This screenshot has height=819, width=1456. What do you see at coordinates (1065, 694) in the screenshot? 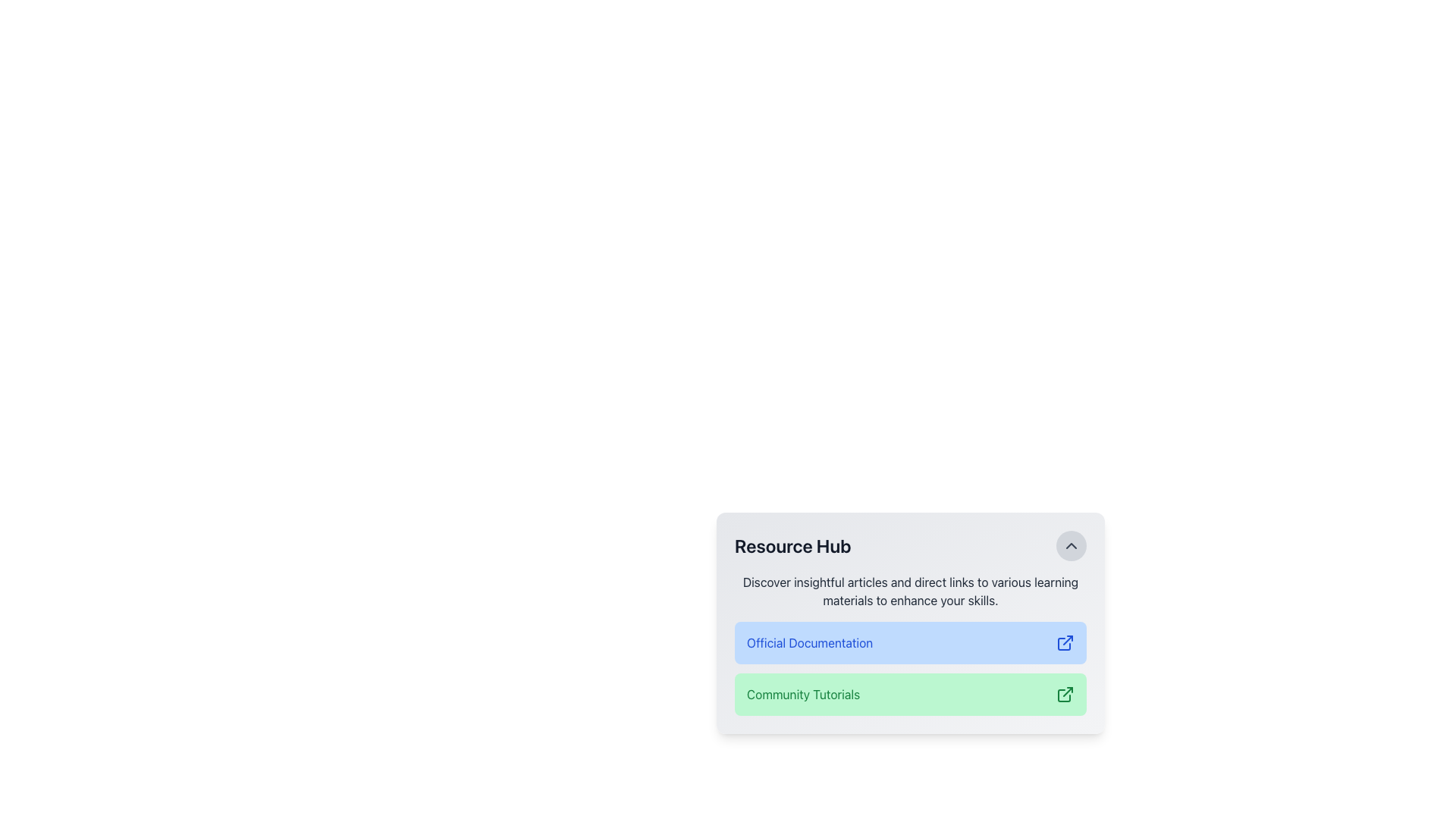
I see `the external link icon located within the 'Community Tutorials' option in the 'Resource Hub' section` at bounding box center [1065, 694].